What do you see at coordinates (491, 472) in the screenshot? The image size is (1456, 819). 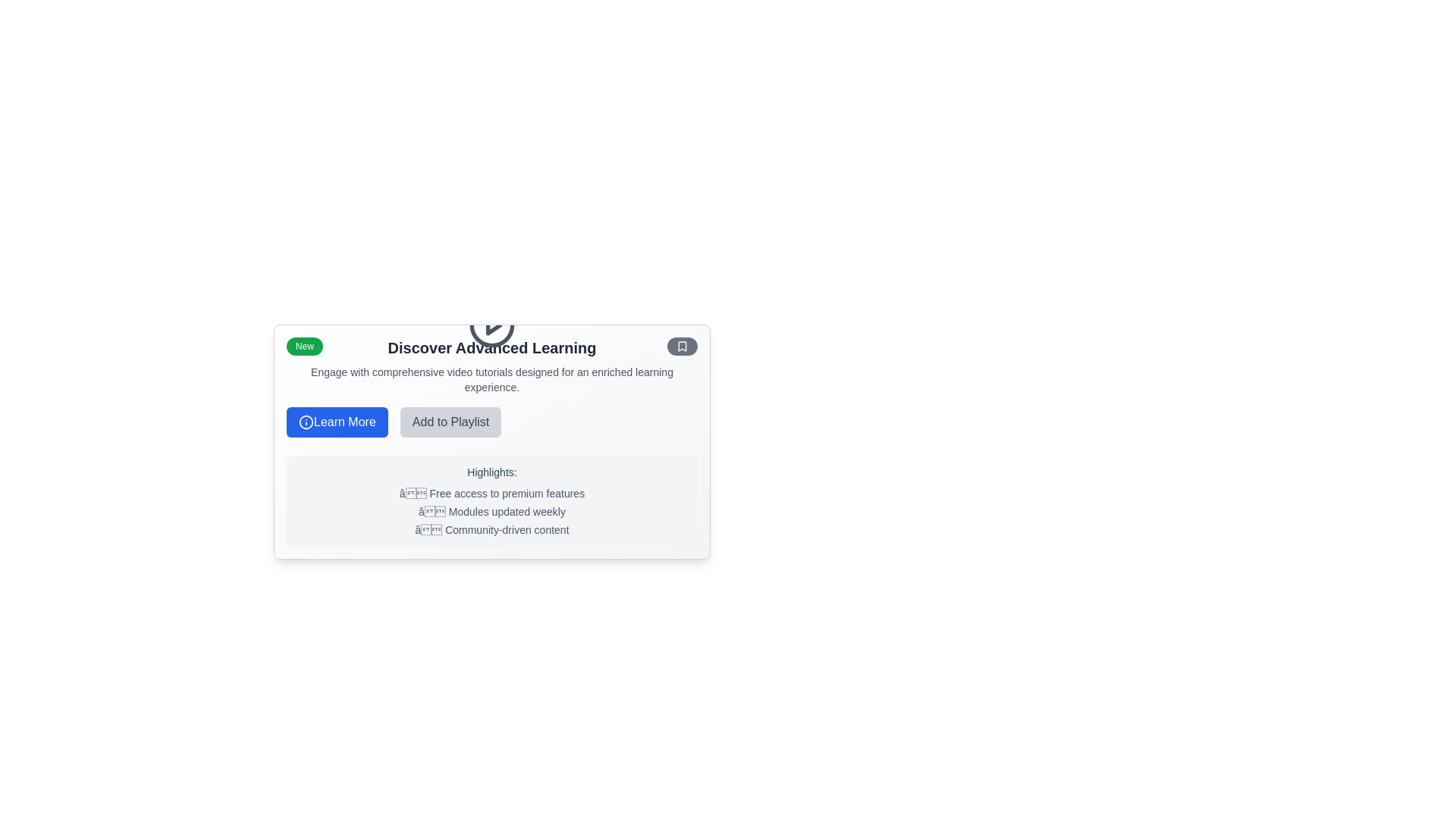 I see `the descriptive headline text label that introduces the subsequent list of features or highlights, located at the top of the section` at bounding box center [491, 472].